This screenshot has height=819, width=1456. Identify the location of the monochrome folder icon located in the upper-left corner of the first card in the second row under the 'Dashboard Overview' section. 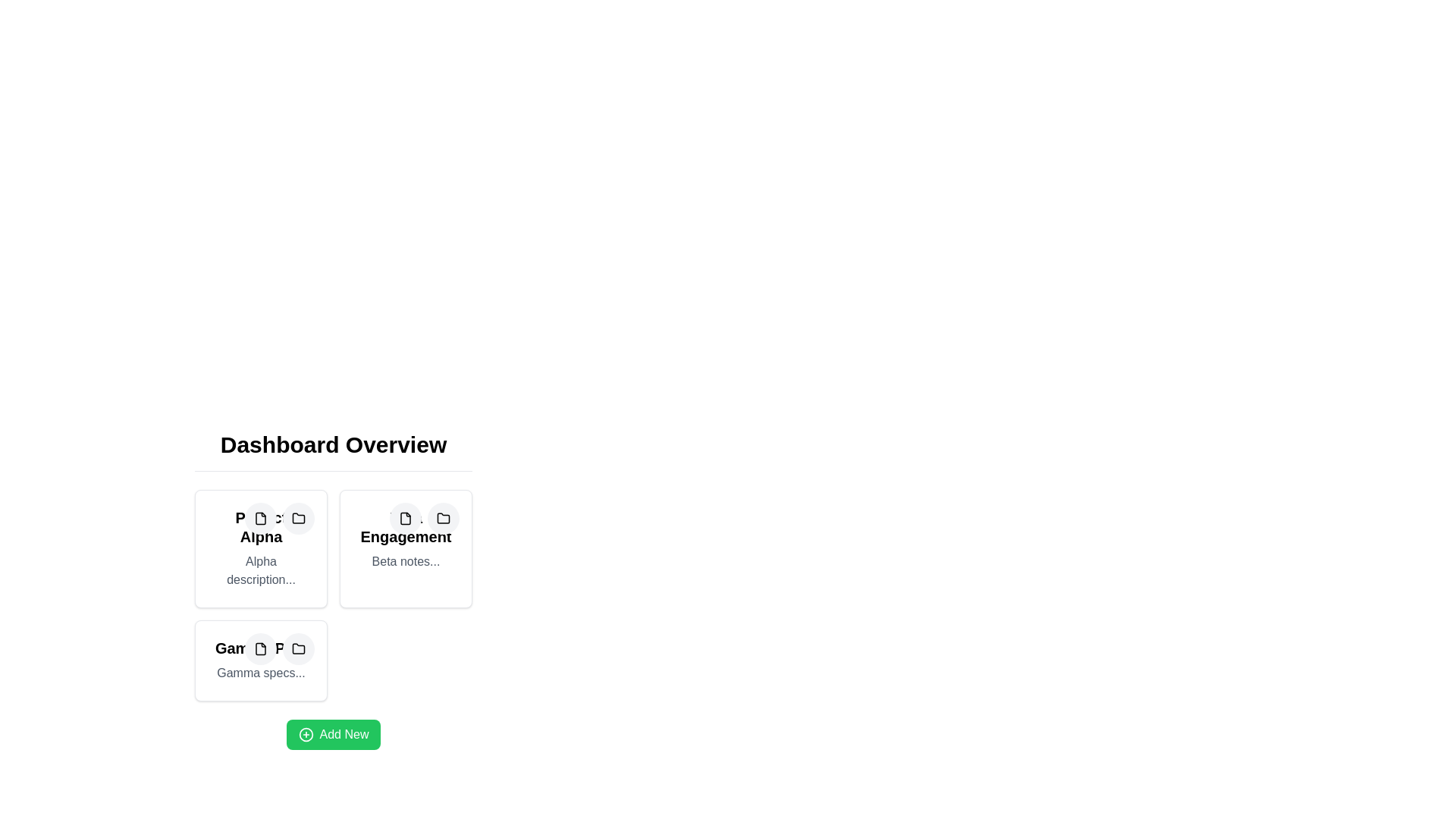
(298, 517).